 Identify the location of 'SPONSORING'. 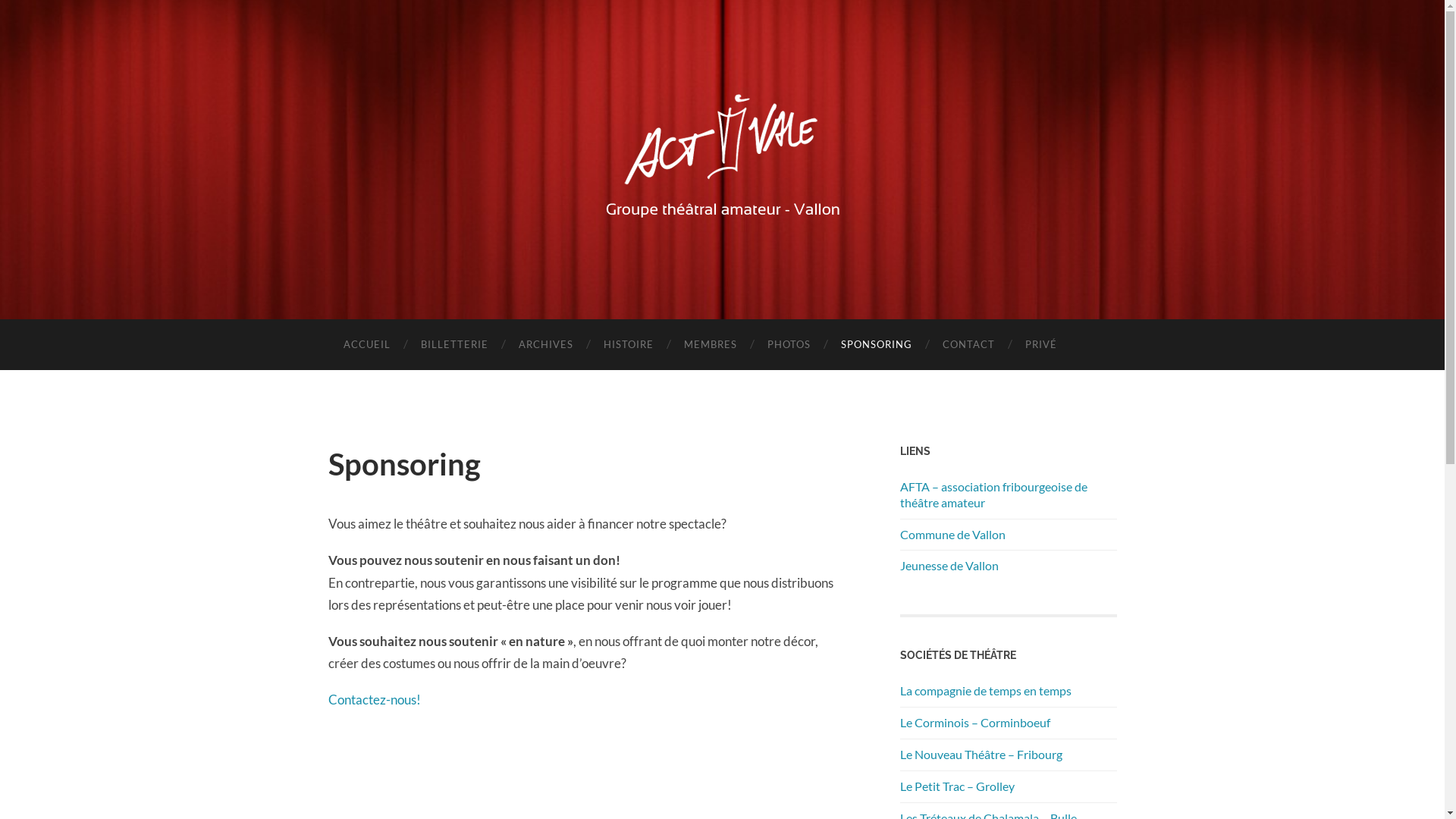
(824, 344).